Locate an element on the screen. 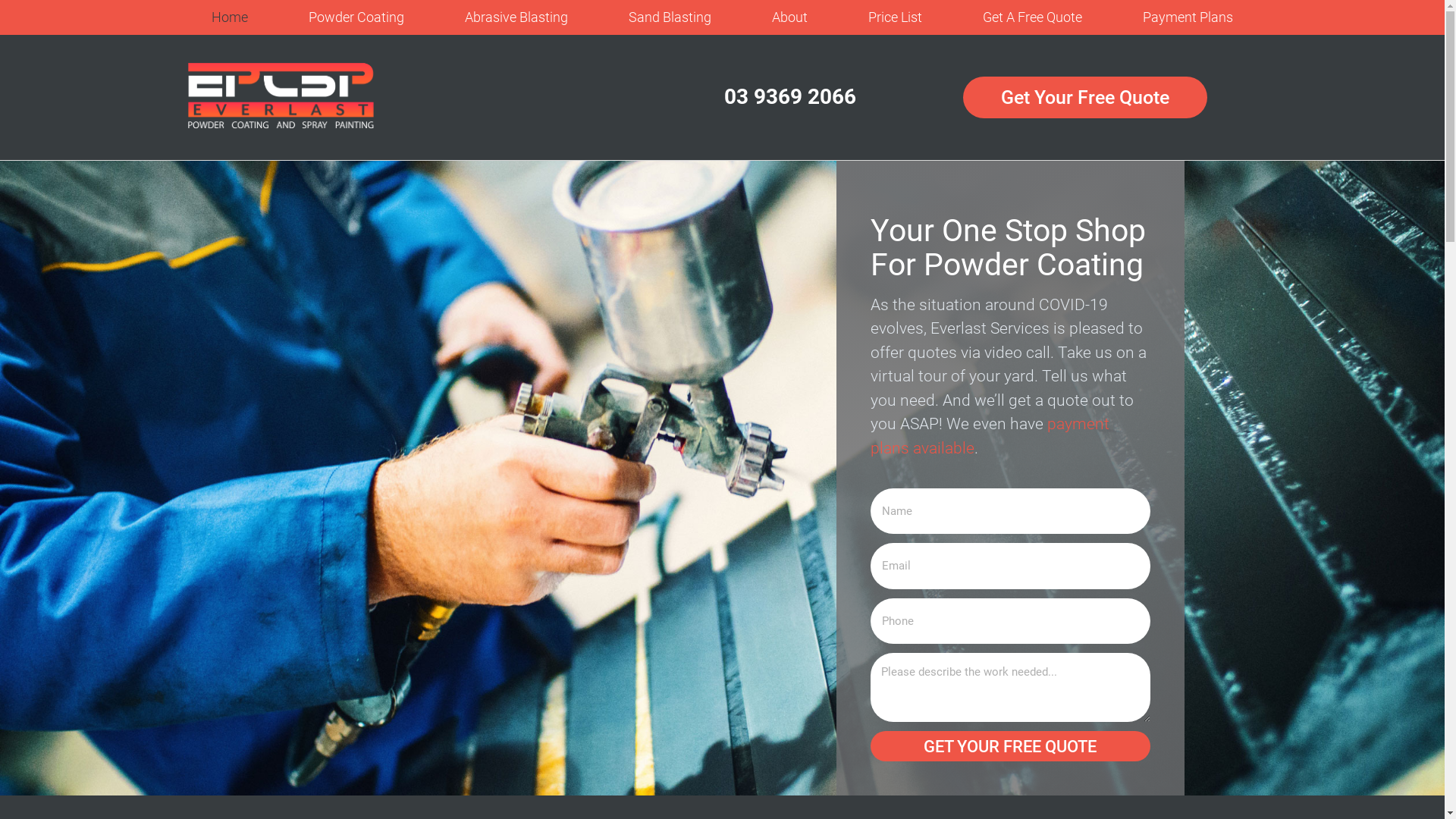 Image resolution: width=1456 pixels, height=819 pixels. 'Powder Coating' is located at coordinates (356, 17).